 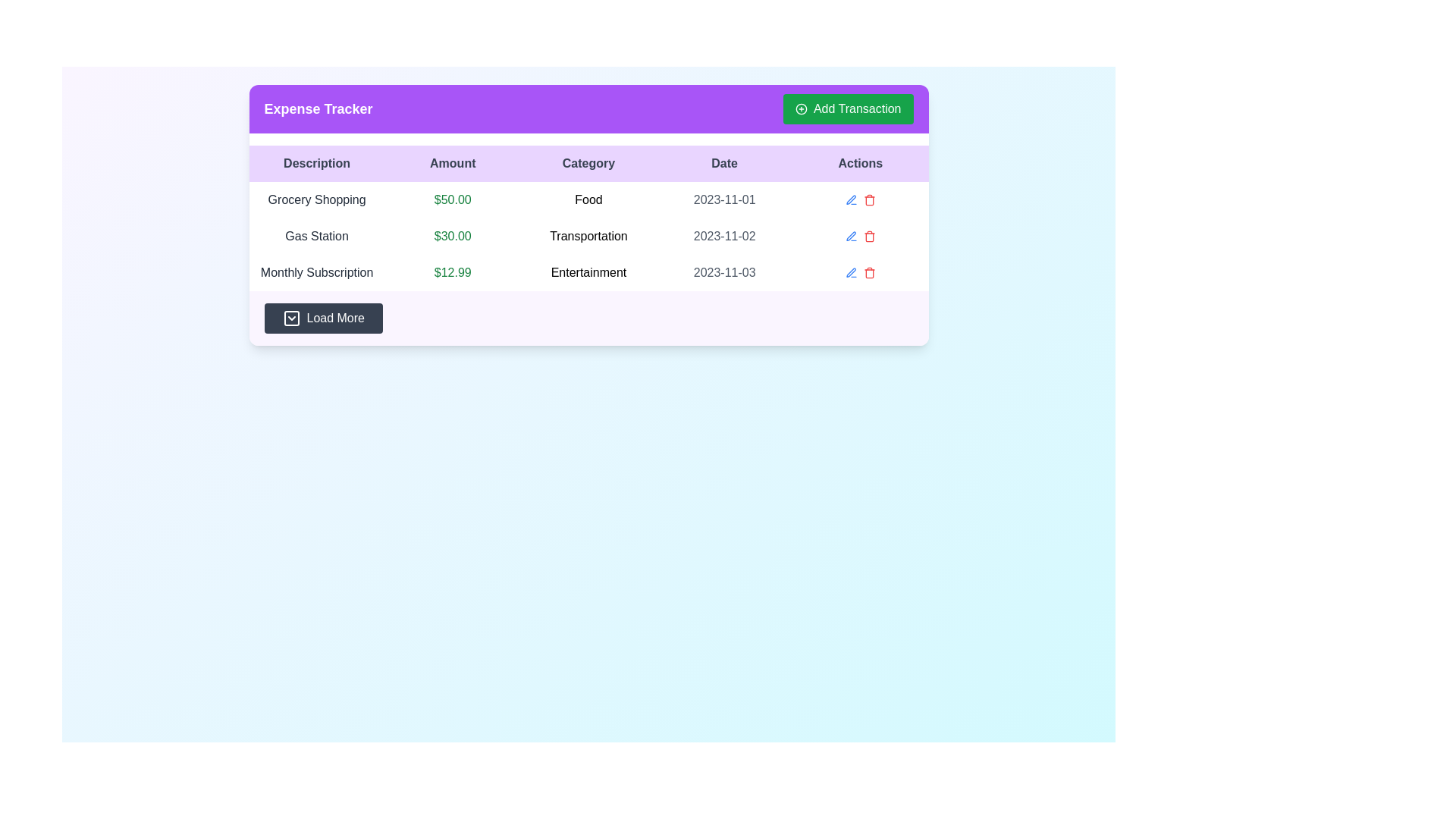 I want to click on the button located at the bottom of the transaction details section, so click(x=588, y=318).